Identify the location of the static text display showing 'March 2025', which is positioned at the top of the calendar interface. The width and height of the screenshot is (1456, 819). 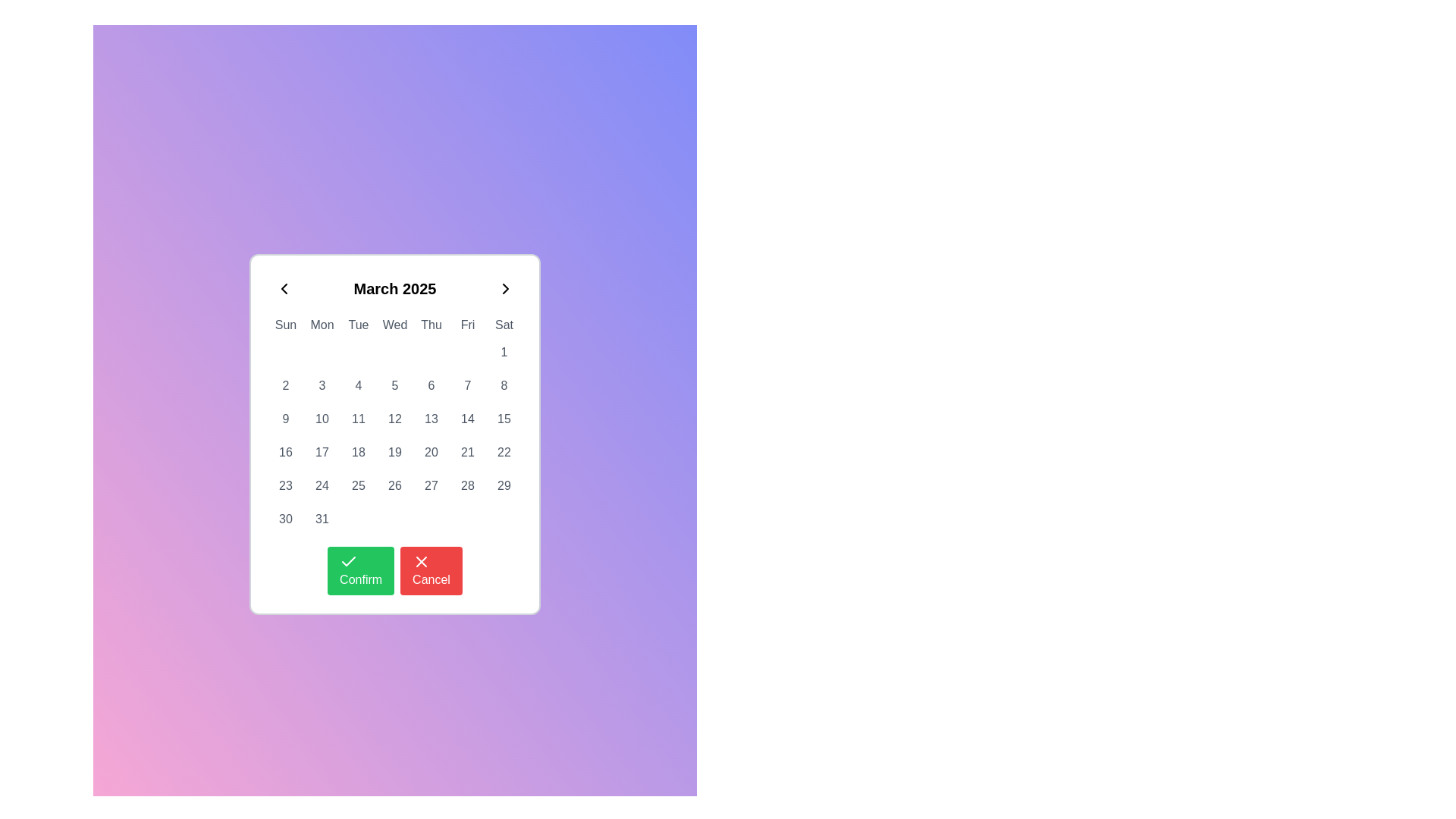
(395, 289).